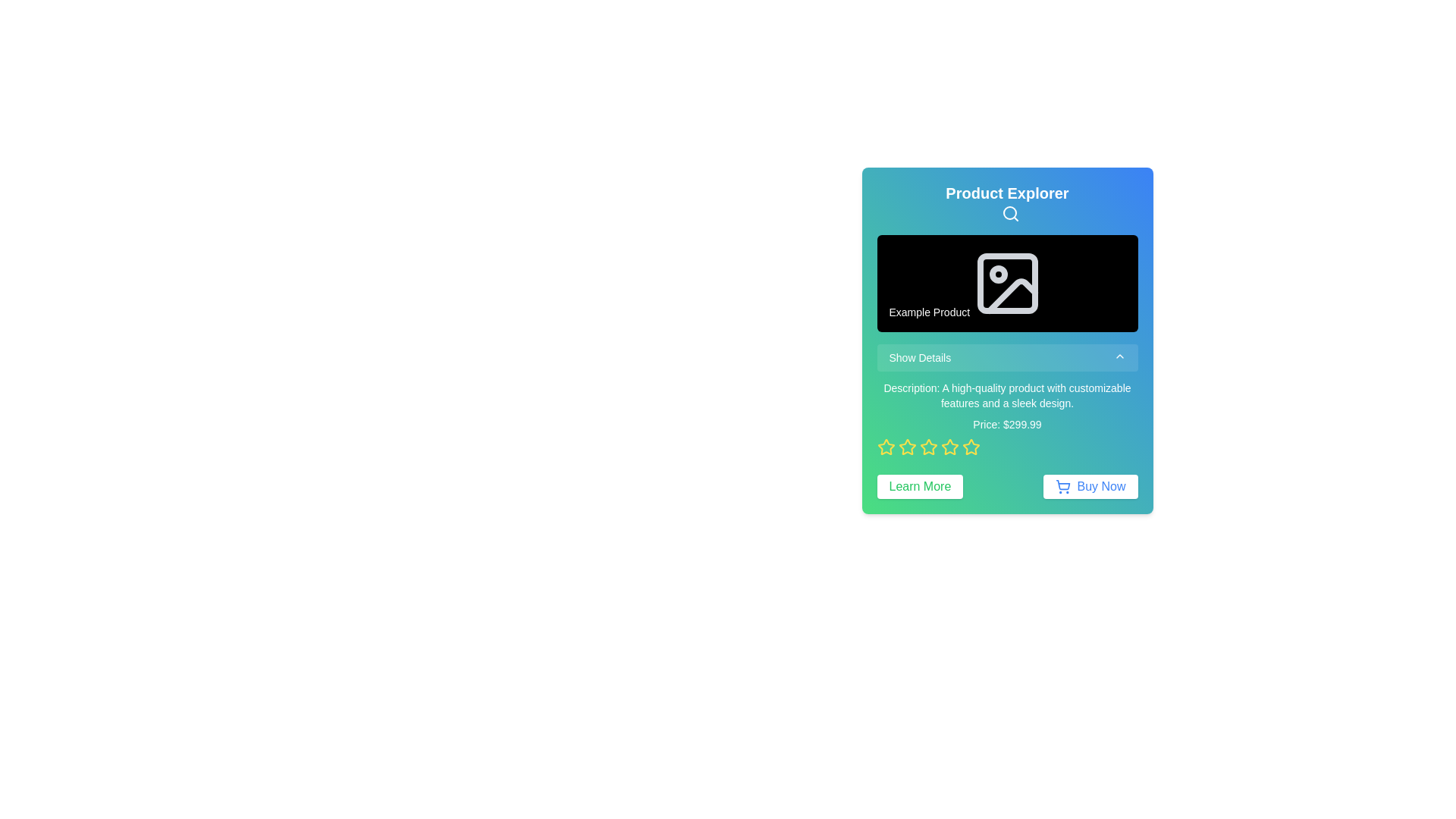 This screenshot has width=1456, height=819. I want to click on the static text label that identifies the product, which is located within a black rectangle at the top of a card-shaped layout, so click(928, 311).